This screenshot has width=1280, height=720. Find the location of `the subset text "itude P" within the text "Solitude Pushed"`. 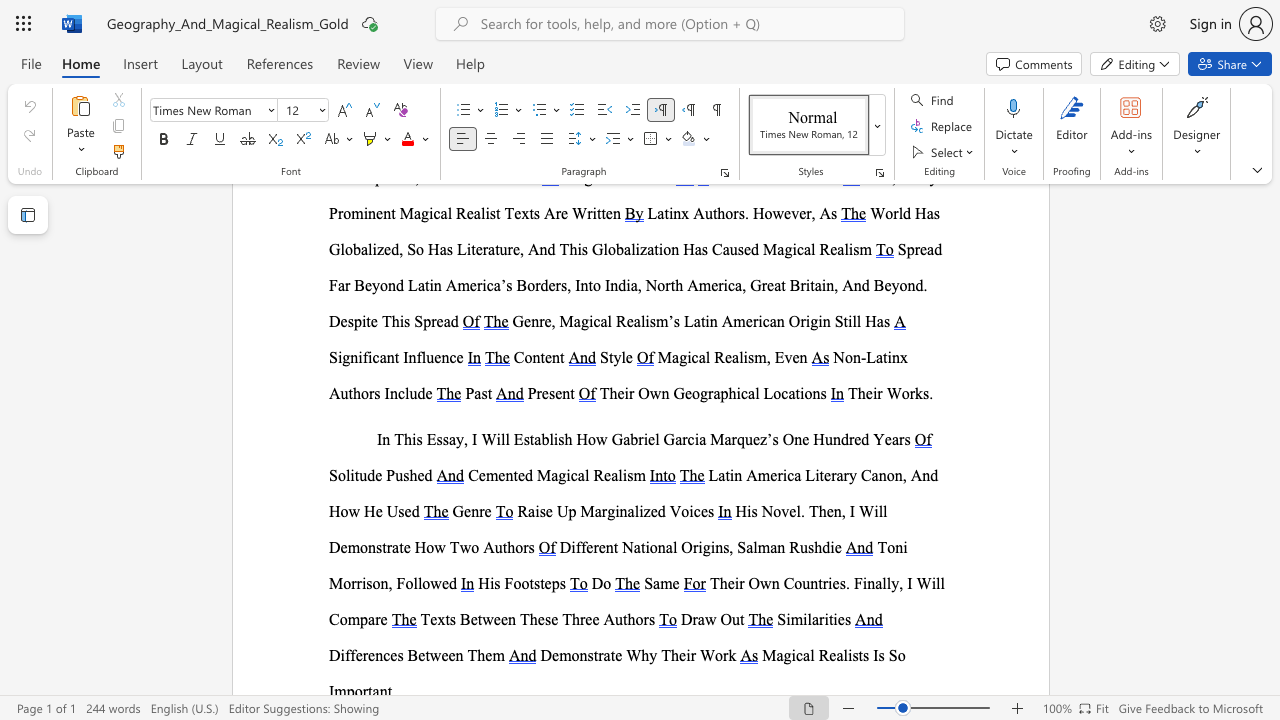

the subset text "itude P" within the text "Solitude Pushed" is located at coordinates (350, 475).